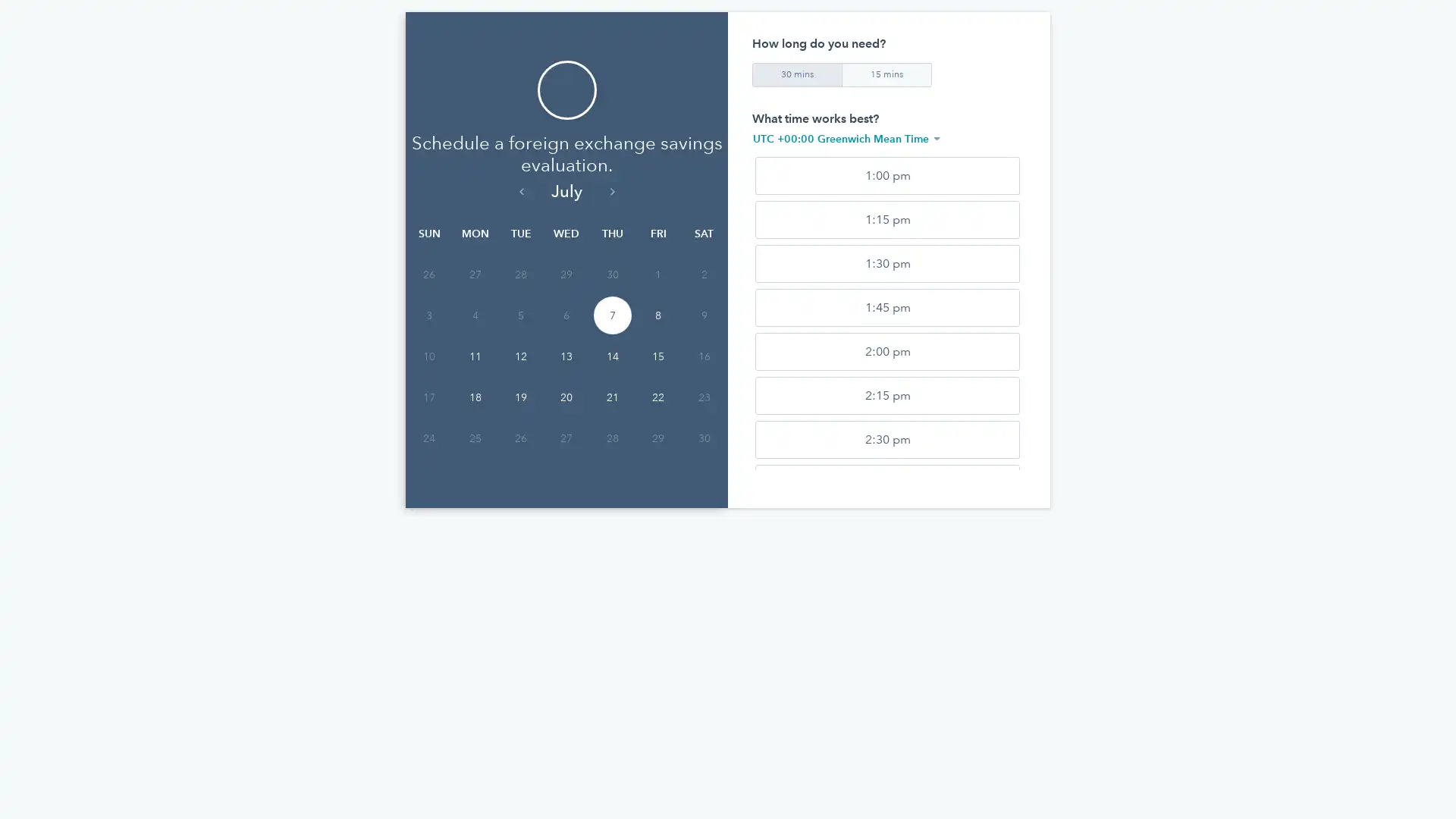  What do you see at coordinates (702, 438) in the screenshot?
I see `July 30th` at bounding box center [702, 438].